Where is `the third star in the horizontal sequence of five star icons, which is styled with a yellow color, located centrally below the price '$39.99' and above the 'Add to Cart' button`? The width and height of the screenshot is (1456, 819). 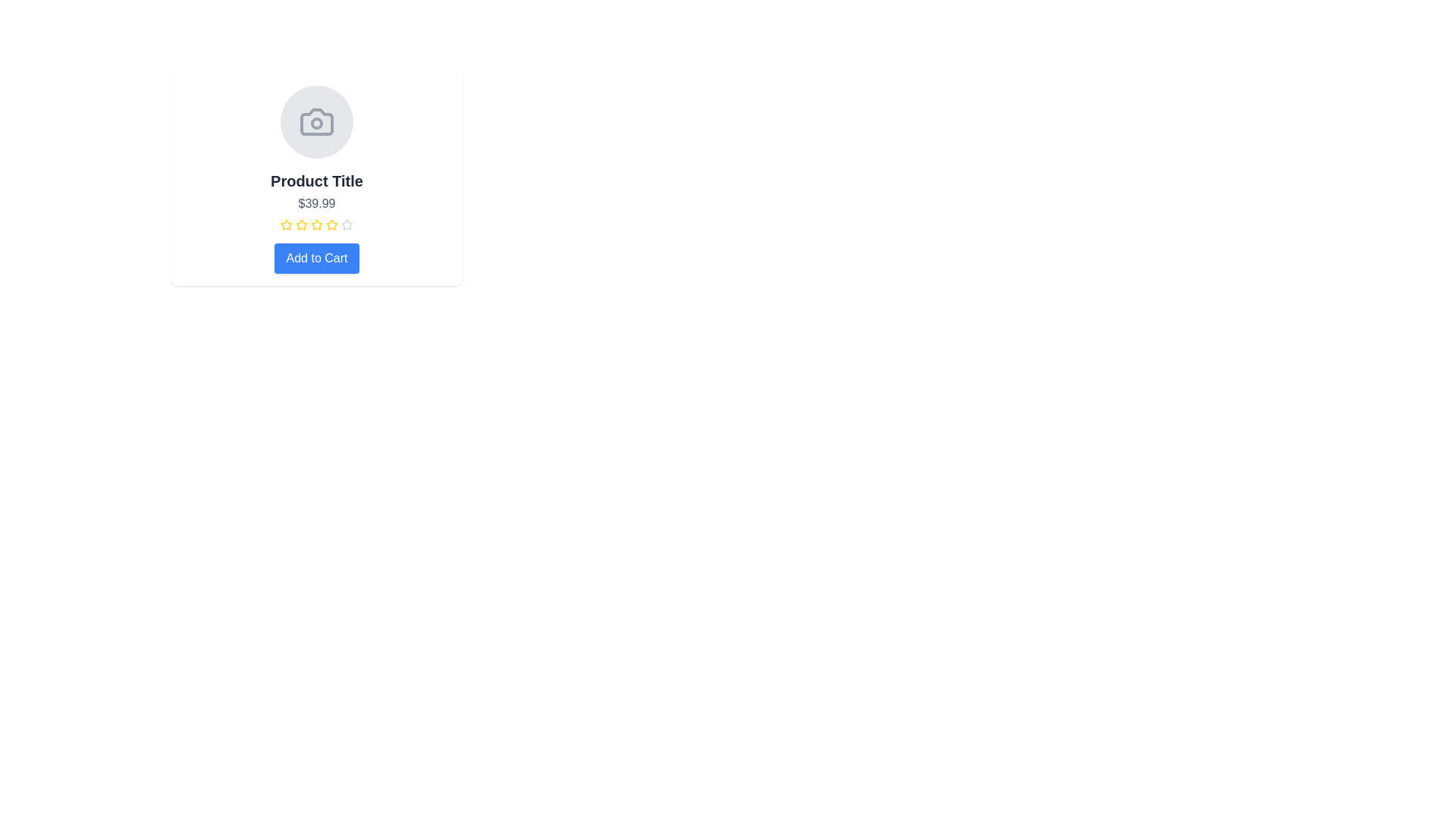
the third star in the horizontal sequence of five star icons, which is styled with a yellow color, located centrally below the price '$39.99' and above the 'Add to Cart' button is located at coordinates (315, 225).